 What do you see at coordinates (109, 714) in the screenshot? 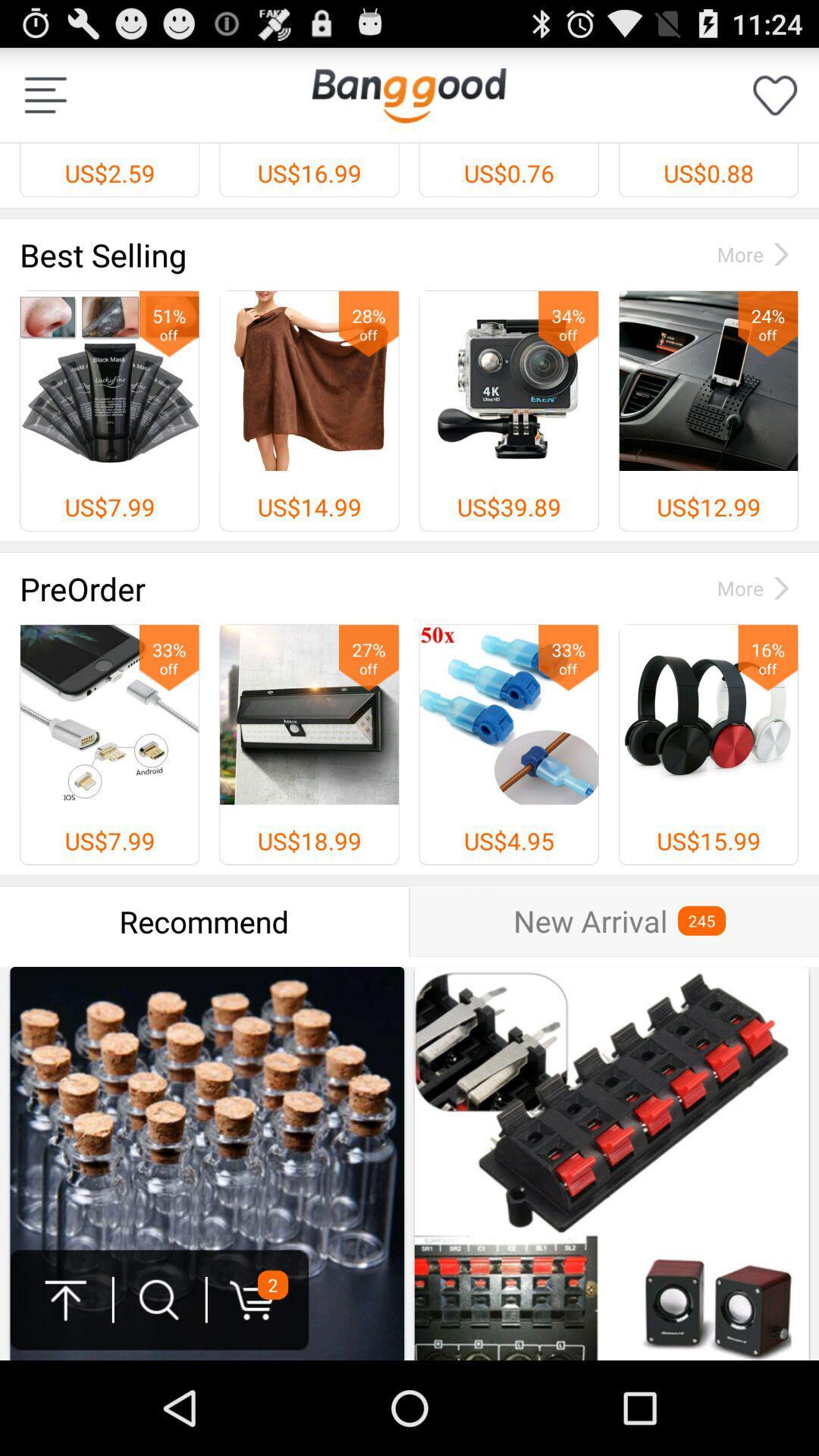
I see `the first image below the preorder` at bounding box center [109, 714].